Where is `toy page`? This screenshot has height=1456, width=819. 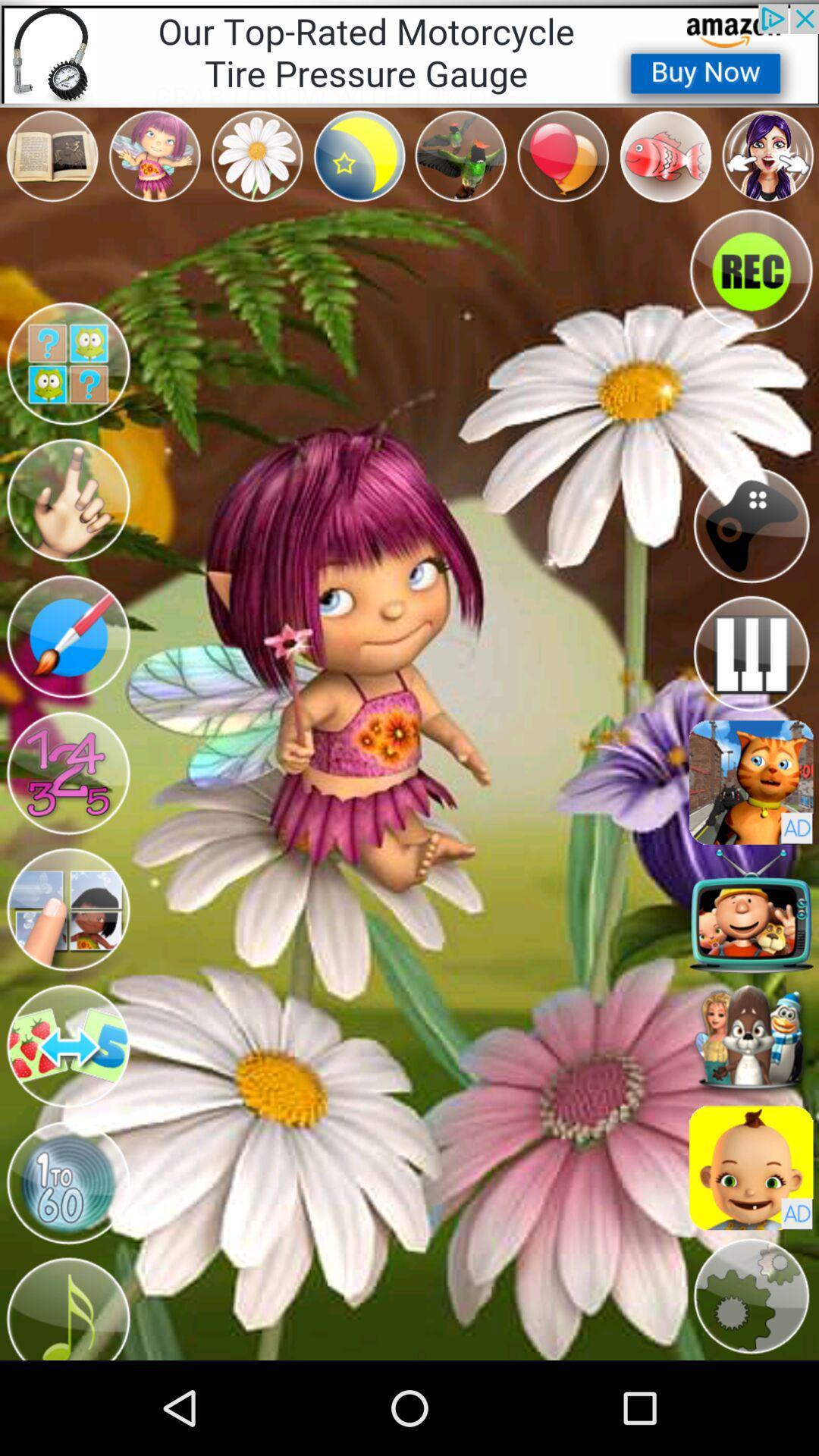 toy page is located at coordinates (751, 783).